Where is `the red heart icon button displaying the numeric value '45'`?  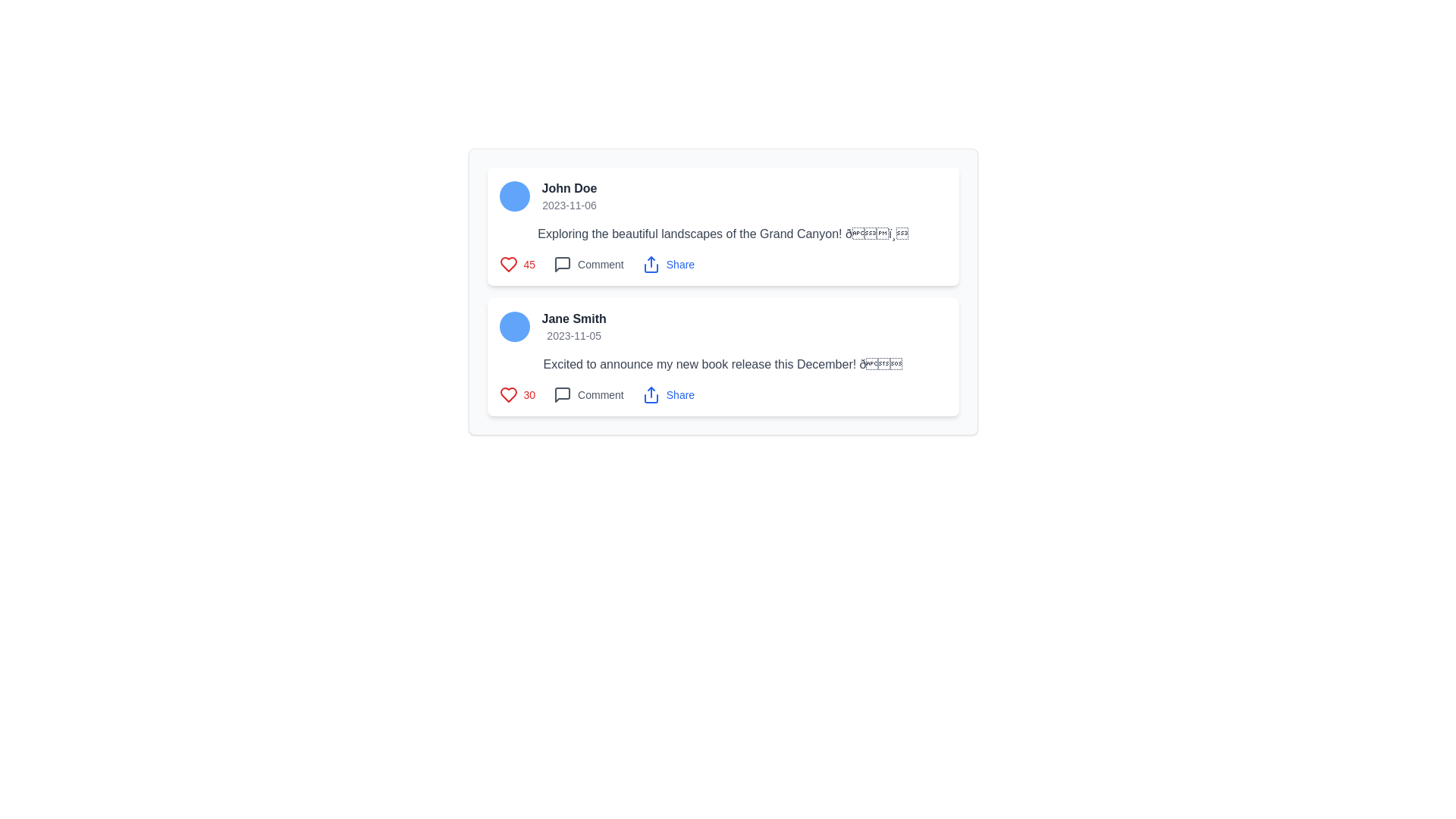
the red heart icon button displaying the numeric value '45' is located at coordinates (517, 263).